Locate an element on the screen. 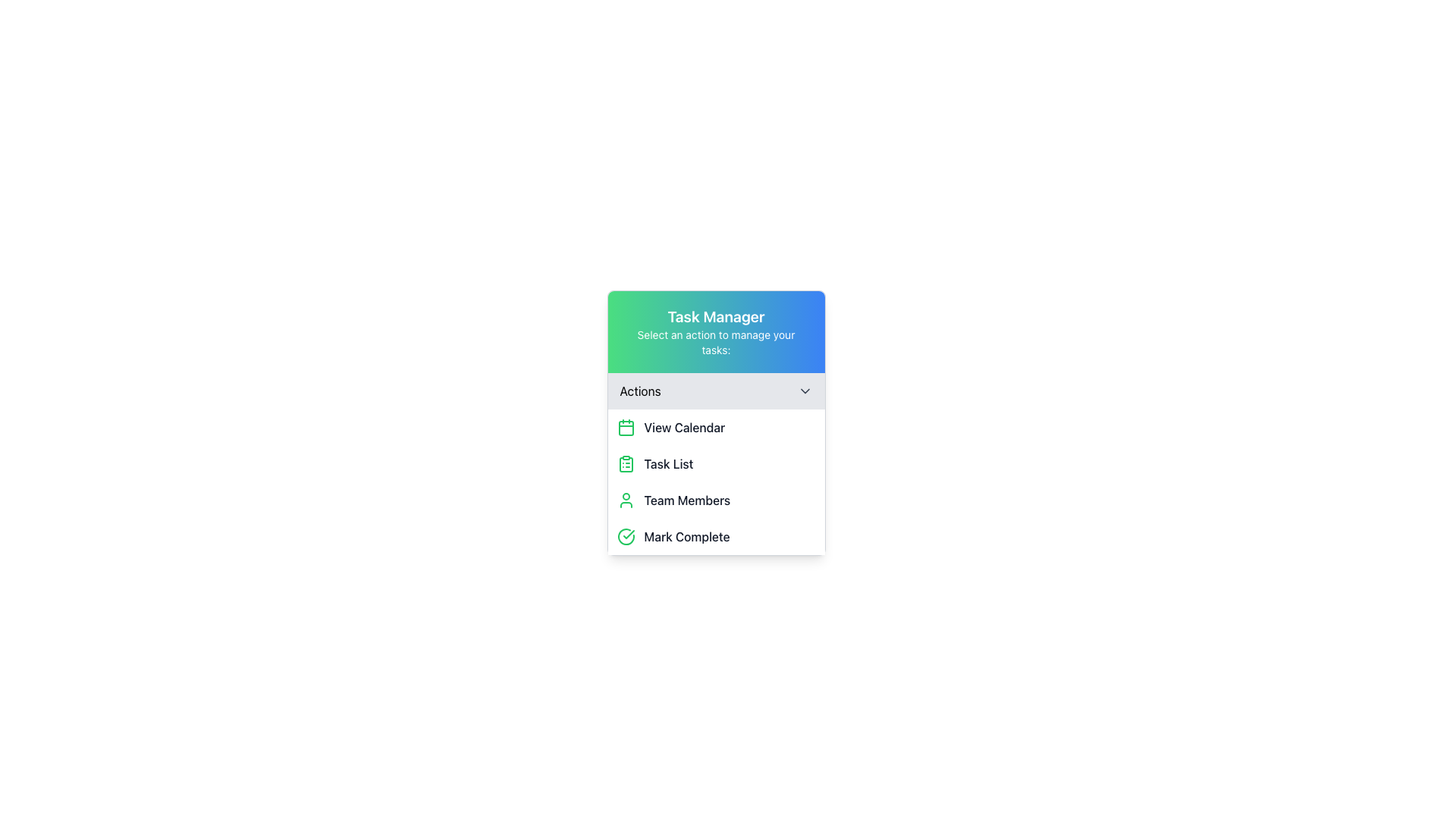  the SVG segment of the 'Task List' icon, which is located to the left of the 'Task List' text in the second item of the action list under the 'Actions' section is located at coordinates (626, 464).